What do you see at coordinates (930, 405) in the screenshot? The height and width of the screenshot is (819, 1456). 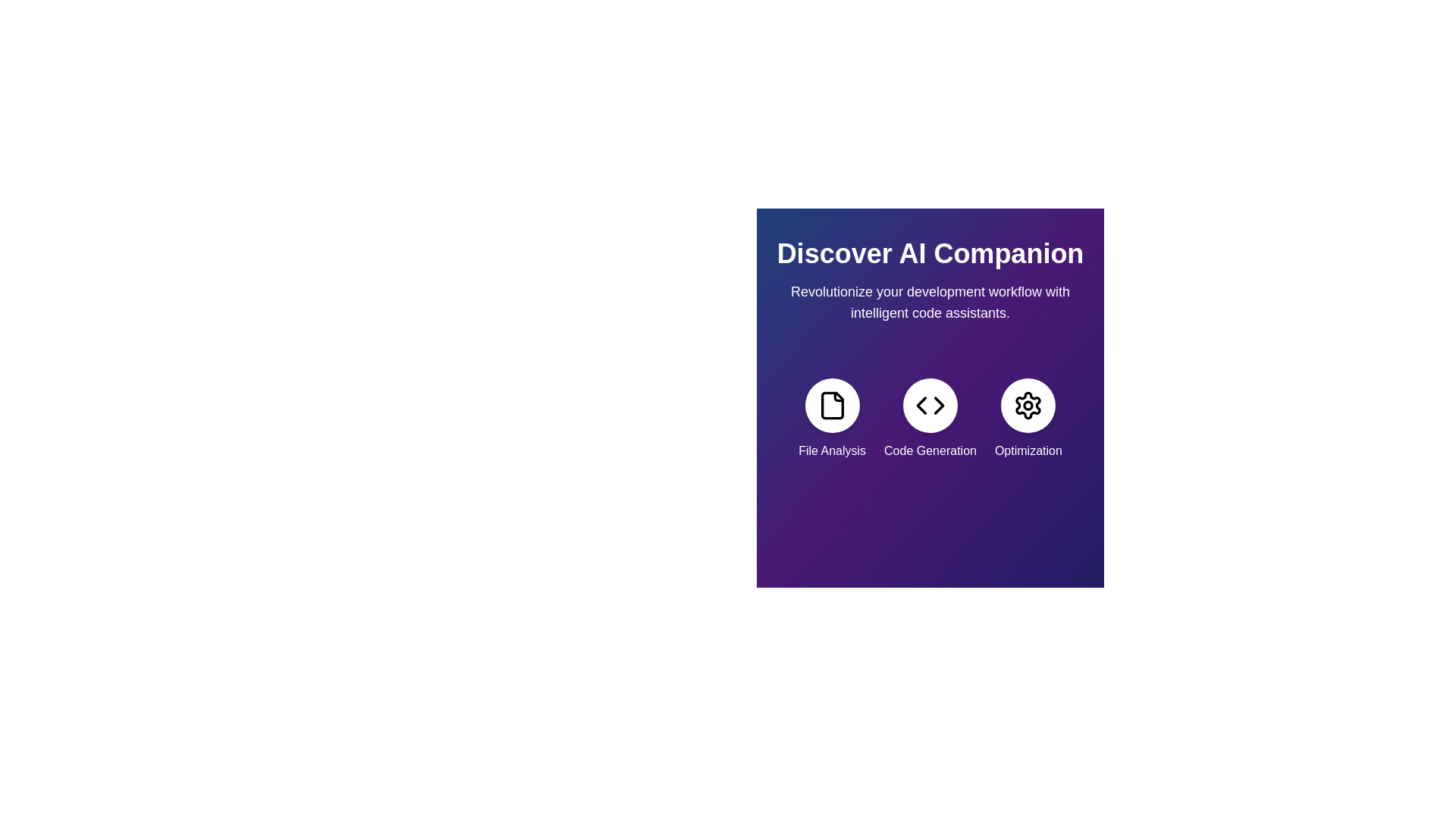 I see `the 'Code Generation' icon located in the middle of the trio under the 'Discover AI Companion' header` at bounding box center [930, 405].